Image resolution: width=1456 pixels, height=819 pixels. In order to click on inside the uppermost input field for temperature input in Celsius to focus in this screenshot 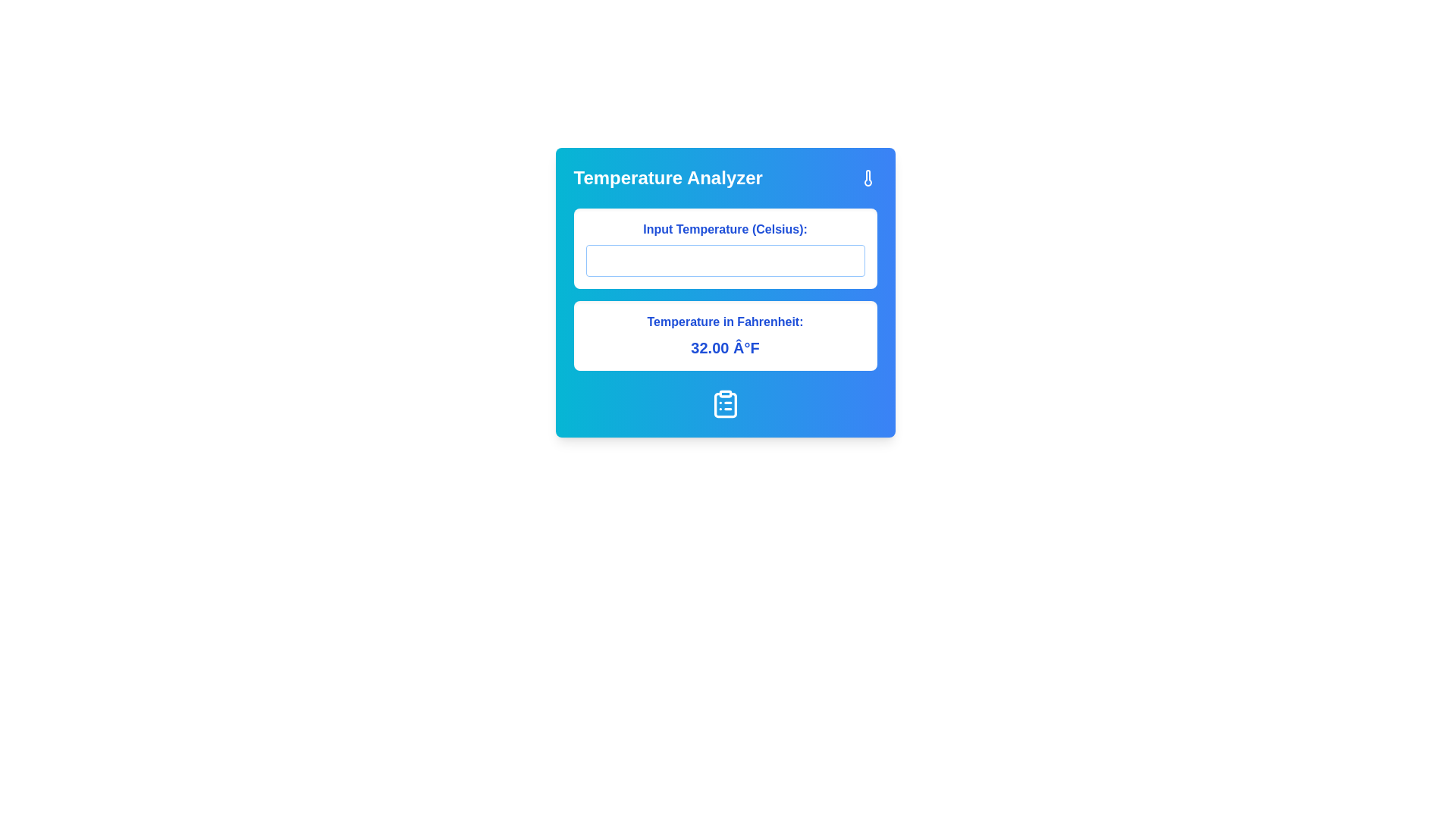, I will do `click(724, 247)`.